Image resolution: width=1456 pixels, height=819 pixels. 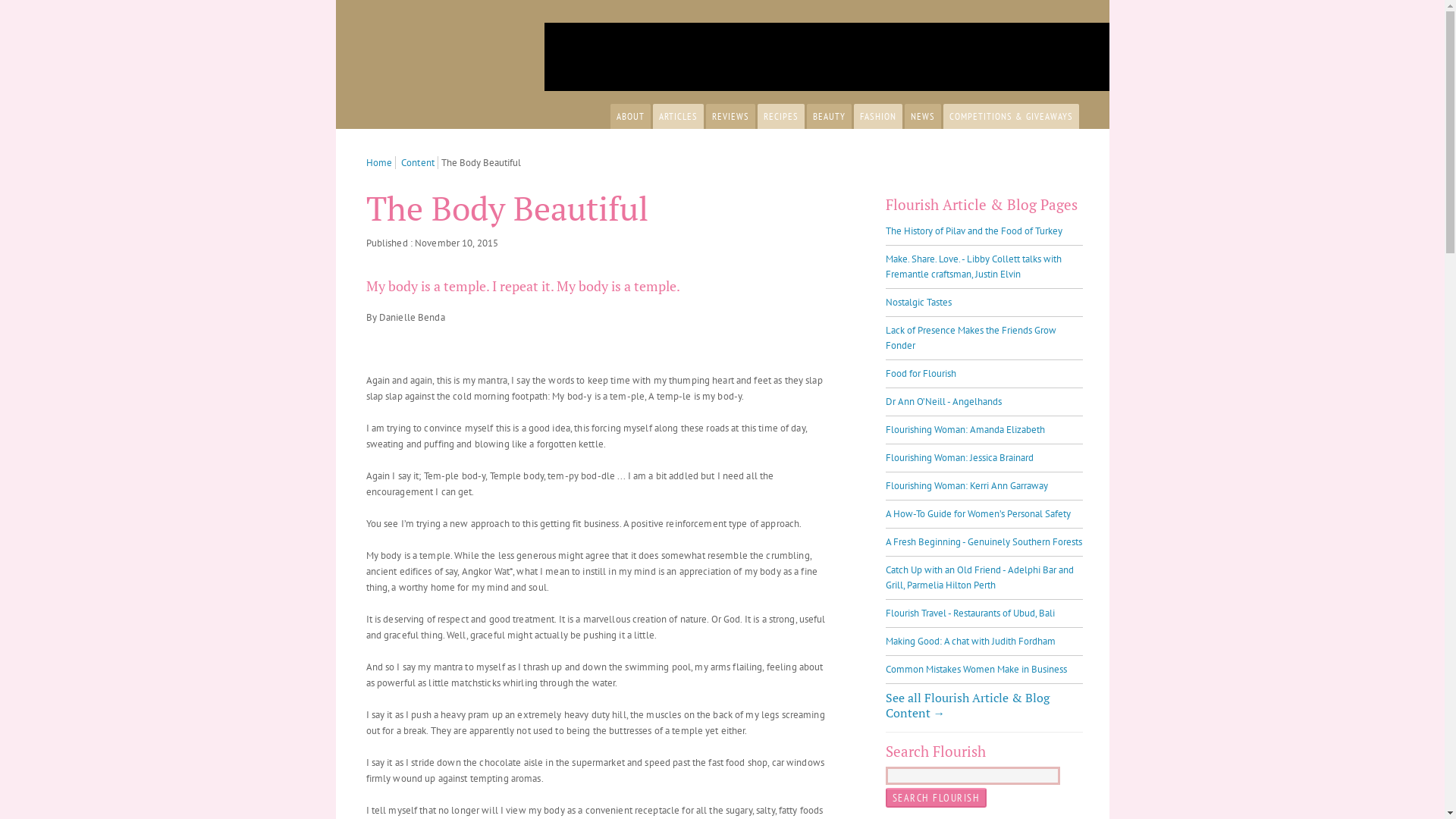 I want to click on 'The History of Pilav and the Food of Turkey', so click(x=974, y=231).